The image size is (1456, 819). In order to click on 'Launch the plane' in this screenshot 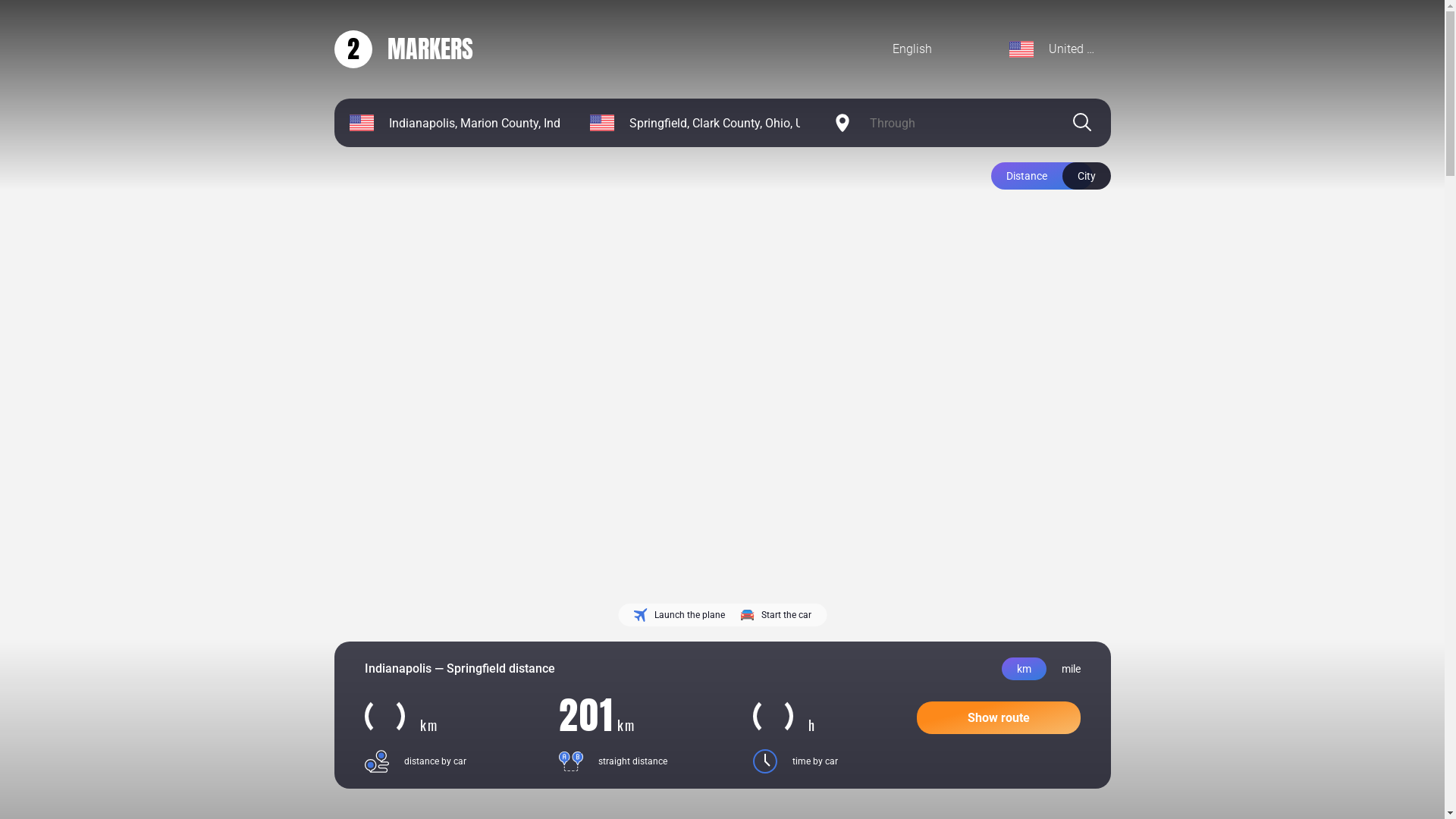, I will do `click(678, 614)`.